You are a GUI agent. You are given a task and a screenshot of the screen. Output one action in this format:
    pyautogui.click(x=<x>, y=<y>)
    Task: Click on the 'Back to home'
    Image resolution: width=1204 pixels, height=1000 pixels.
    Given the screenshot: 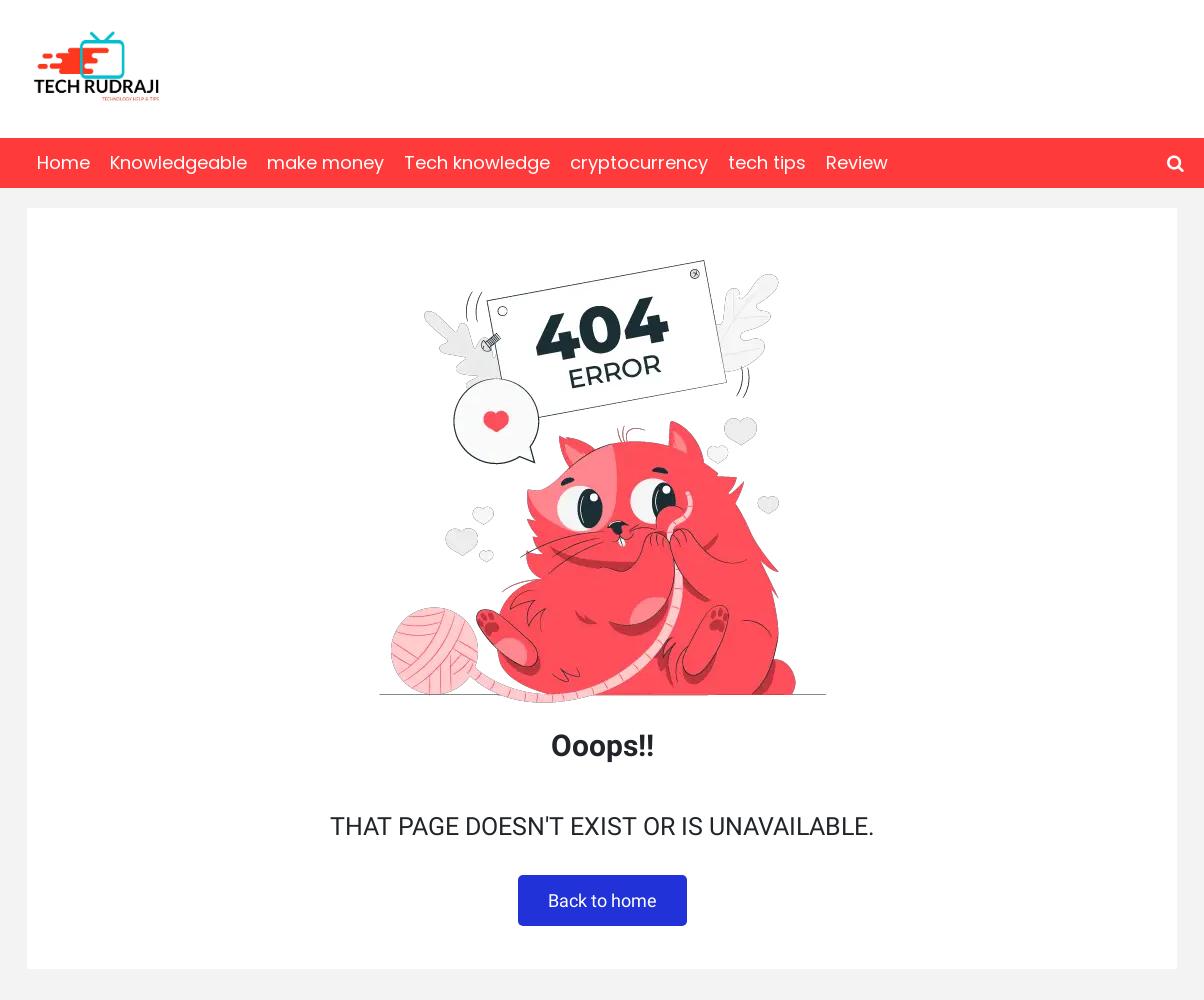 What is the action you would take?
    pyautogui.click(x=601, y=899)
    